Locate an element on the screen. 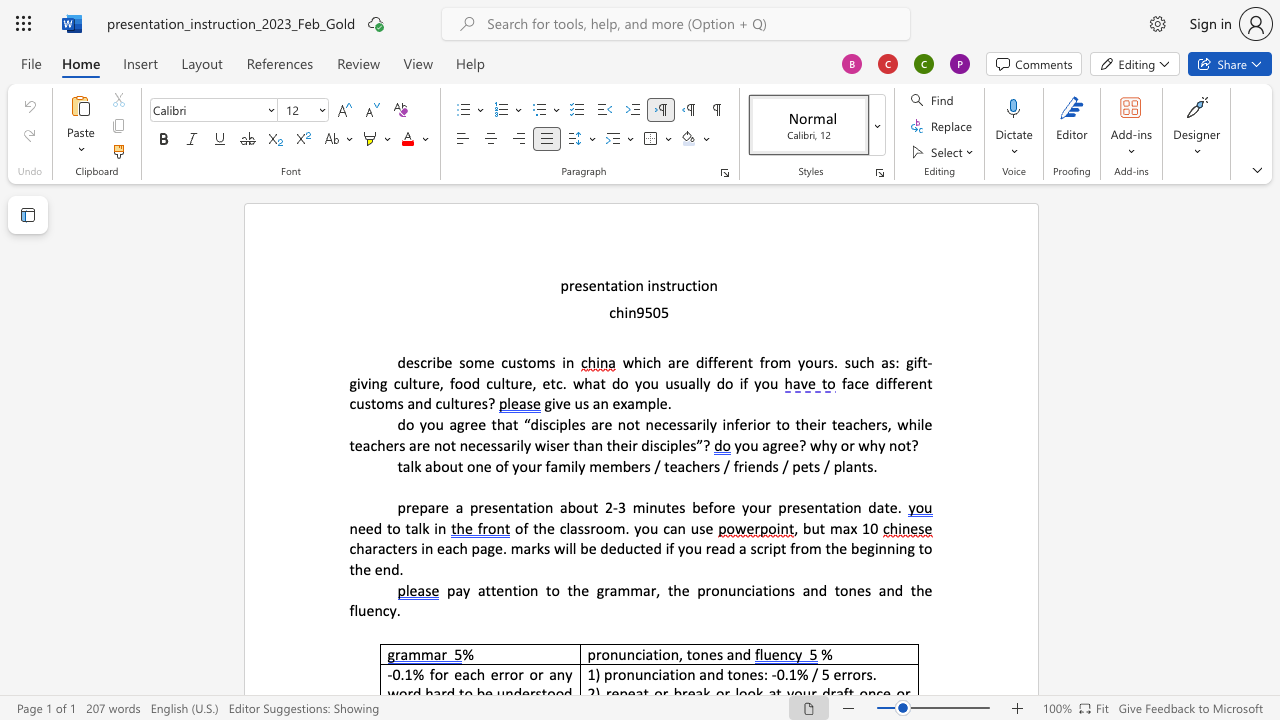  the space between the continuous character "m" and "a" in the text is located at coordinates (841, 527).